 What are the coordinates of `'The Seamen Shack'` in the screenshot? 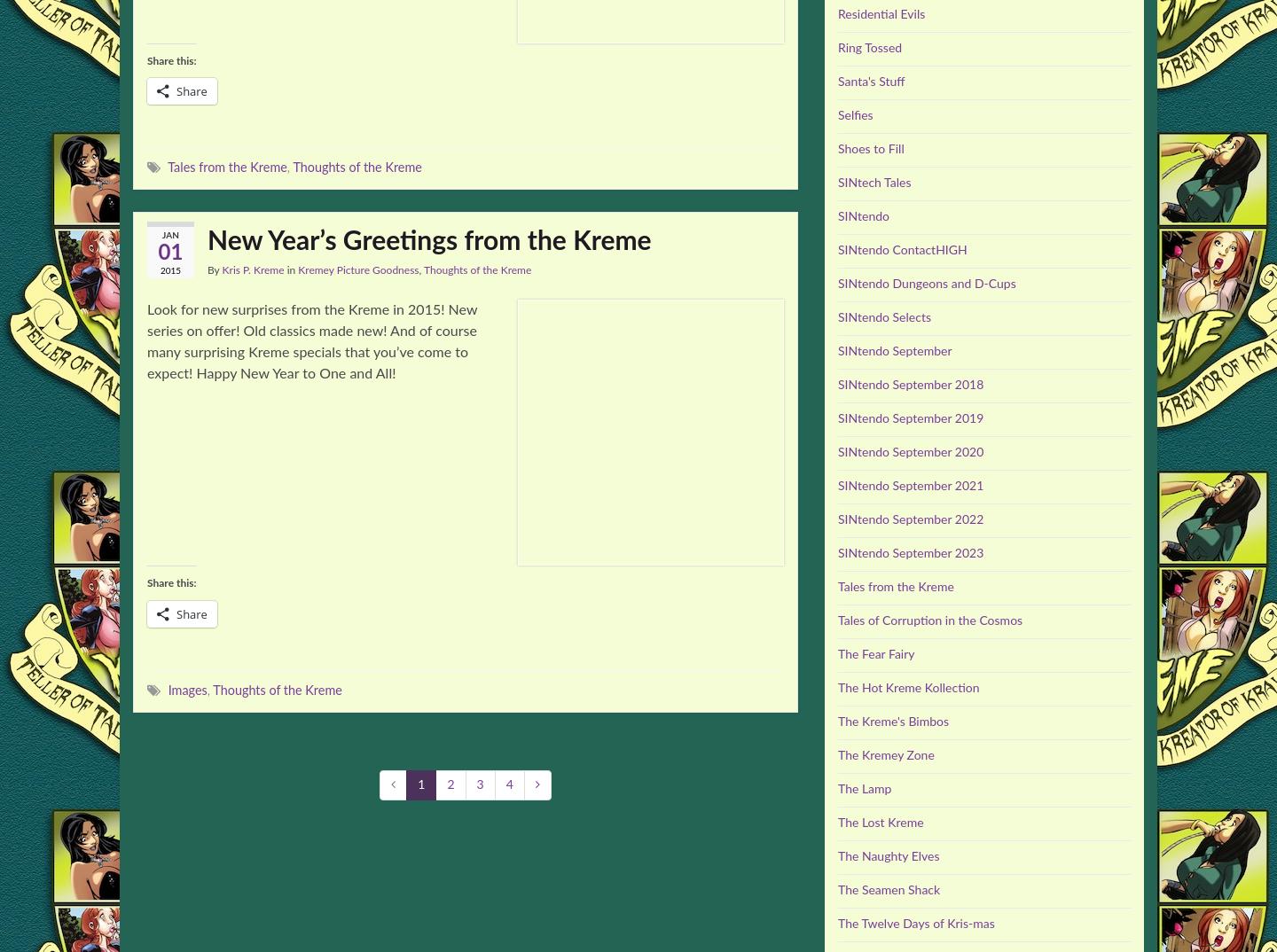 It's located at (837, 890).